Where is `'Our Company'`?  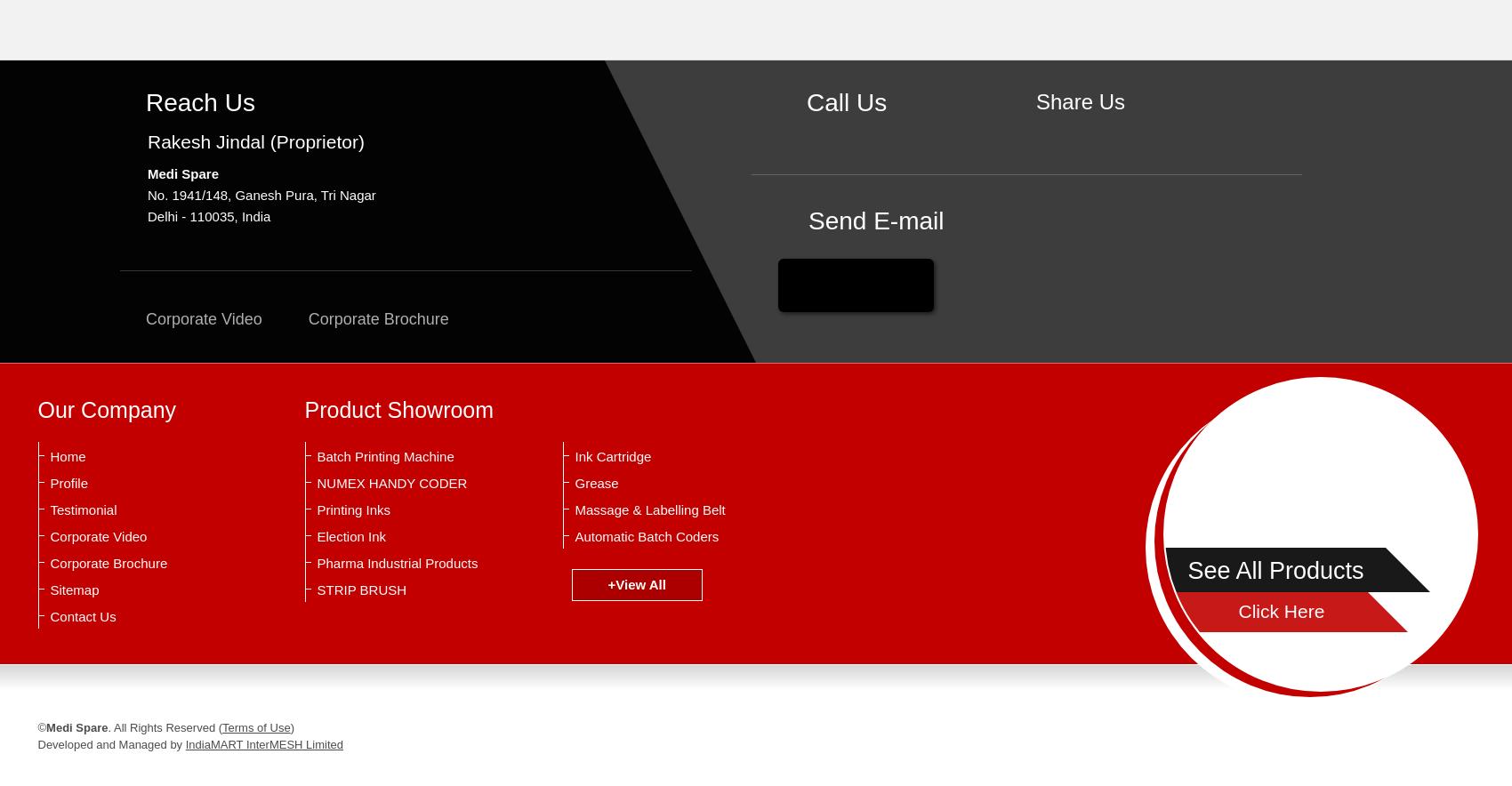 'Our Company' is located at coordinates (36, 410).